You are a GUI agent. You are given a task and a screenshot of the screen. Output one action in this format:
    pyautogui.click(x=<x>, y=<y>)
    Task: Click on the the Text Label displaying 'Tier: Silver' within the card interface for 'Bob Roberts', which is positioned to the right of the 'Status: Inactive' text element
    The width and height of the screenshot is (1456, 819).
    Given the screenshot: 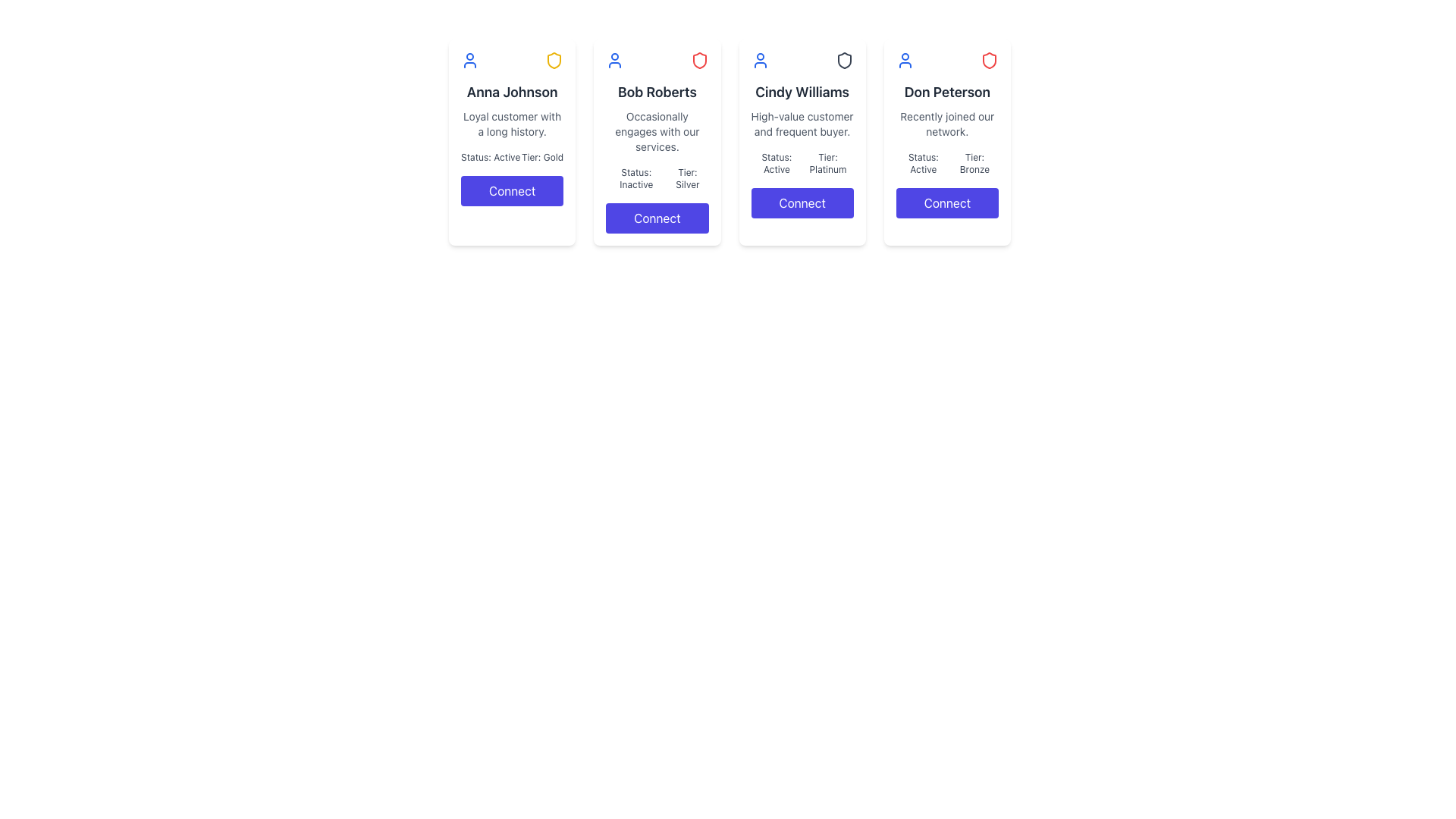 What is the action you would take?
    pyautogui.click(x=686, y=177)
    